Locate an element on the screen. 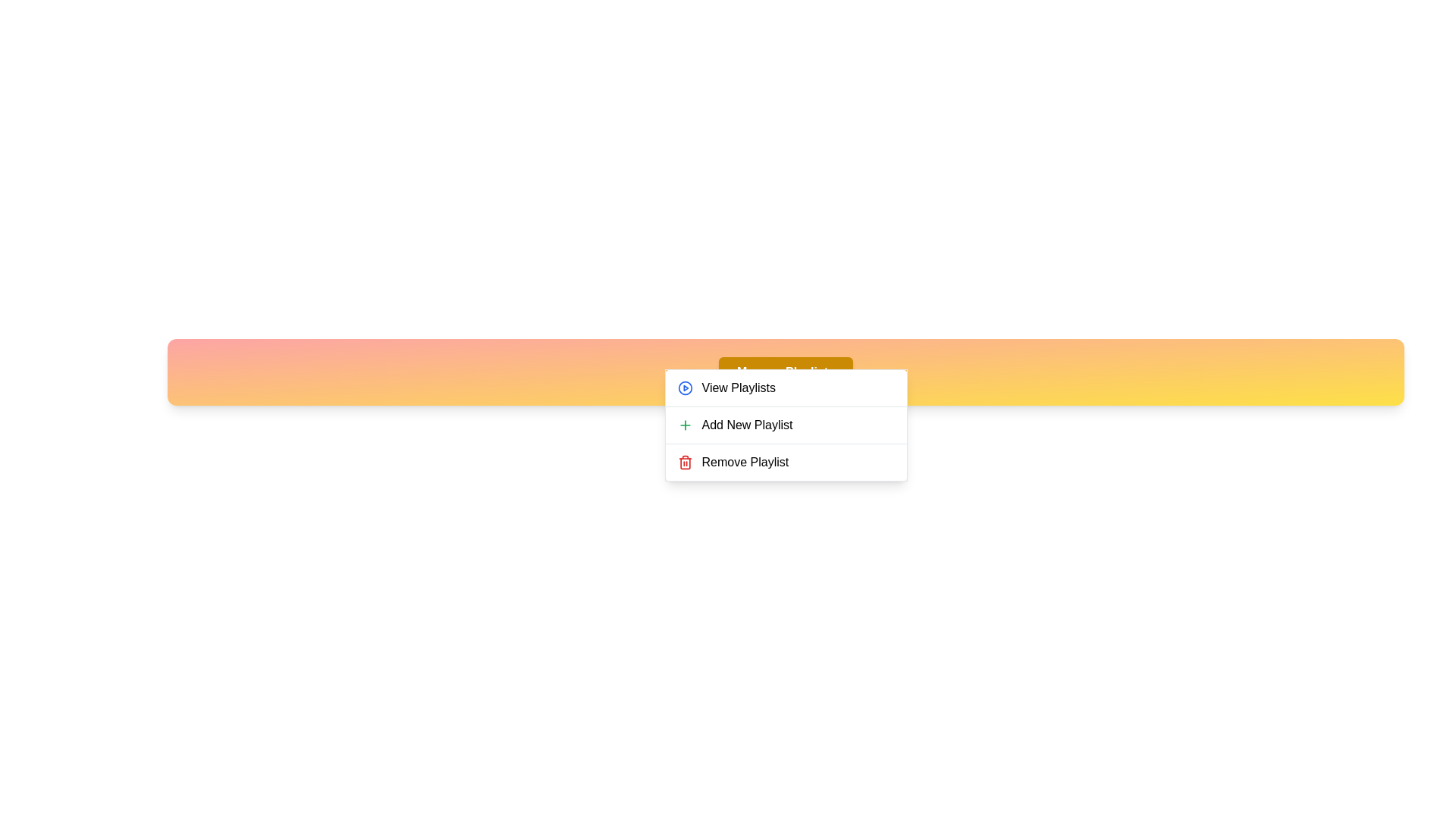 This screenshot has width=1456, height=819. the 'Remove Playlist' option in the menu is located at coordinates (786, 461).